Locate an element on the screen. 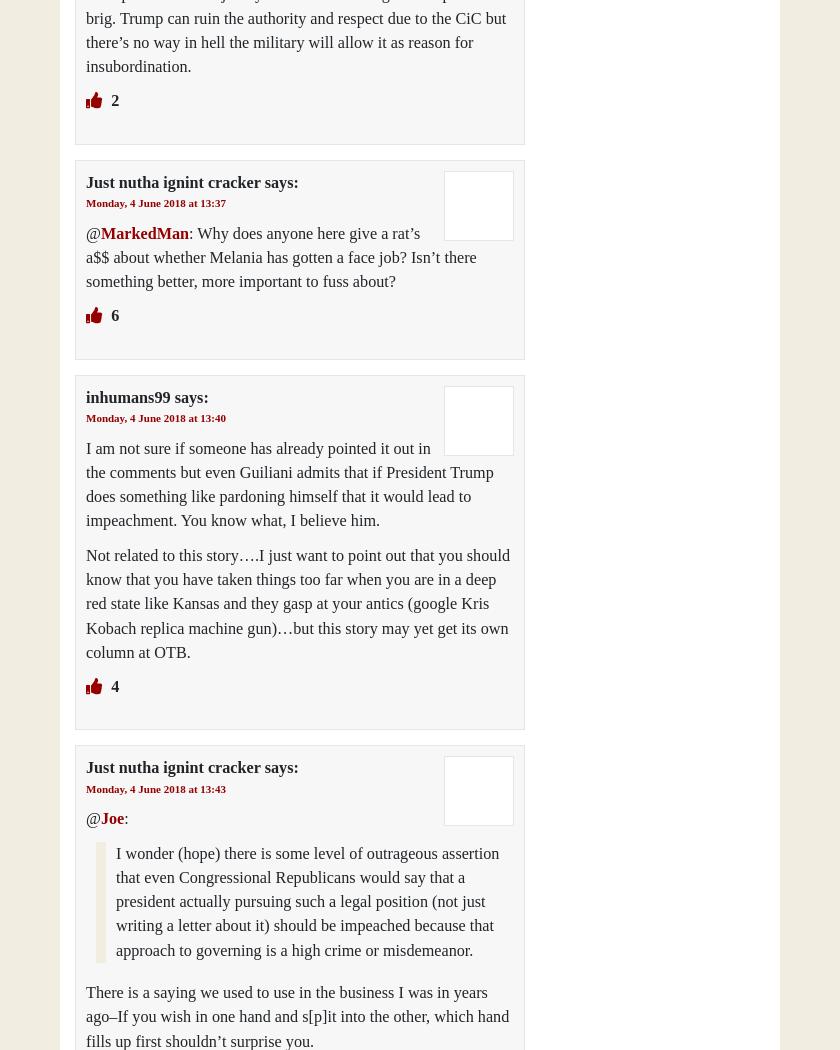 The width and height of the screenshot is (840, 1050). 'MarkedMan' is located at coordinates (144, 232).